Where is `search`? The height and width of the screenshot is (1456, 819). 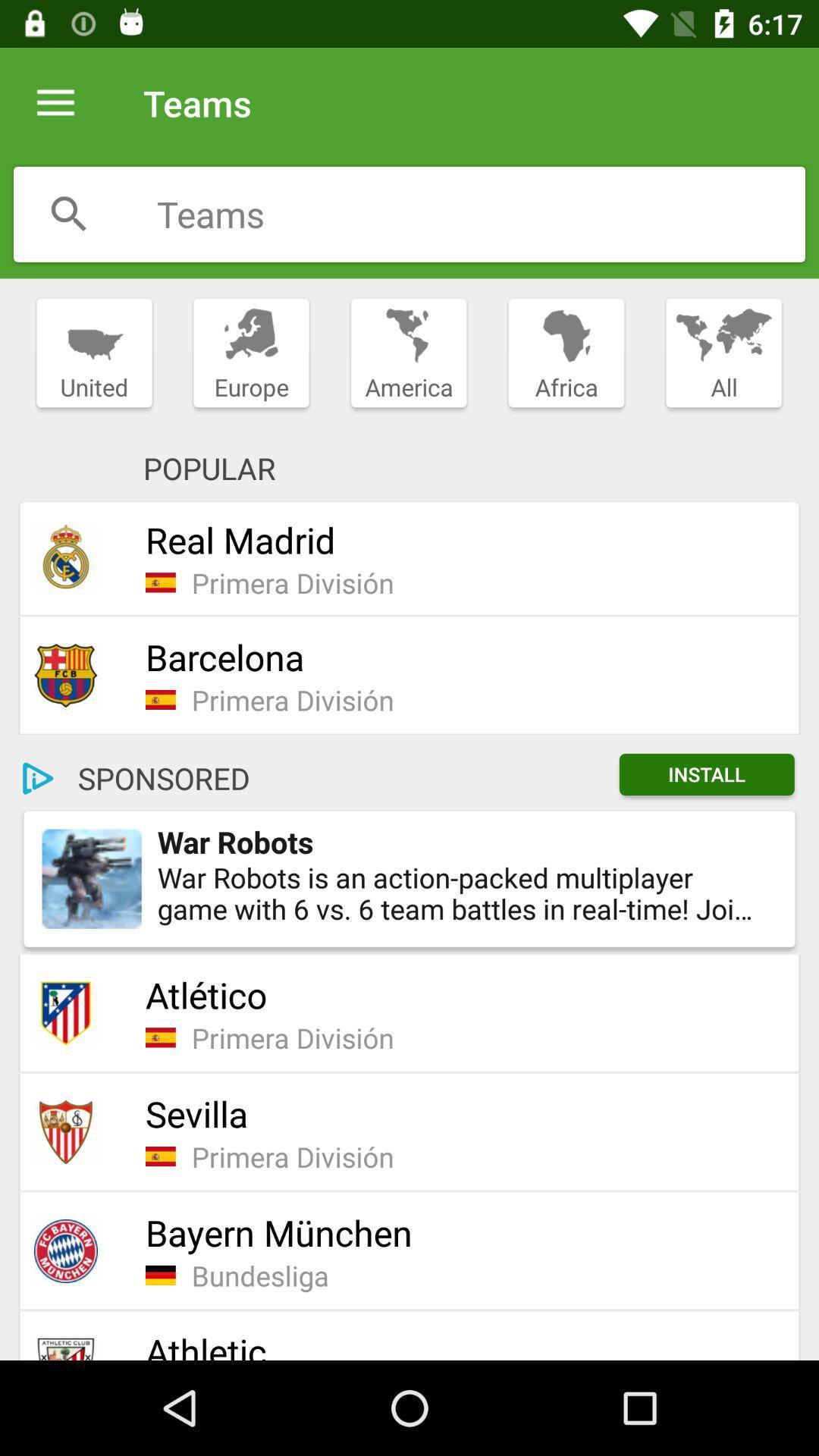
search is located at coordinates (69, 213).